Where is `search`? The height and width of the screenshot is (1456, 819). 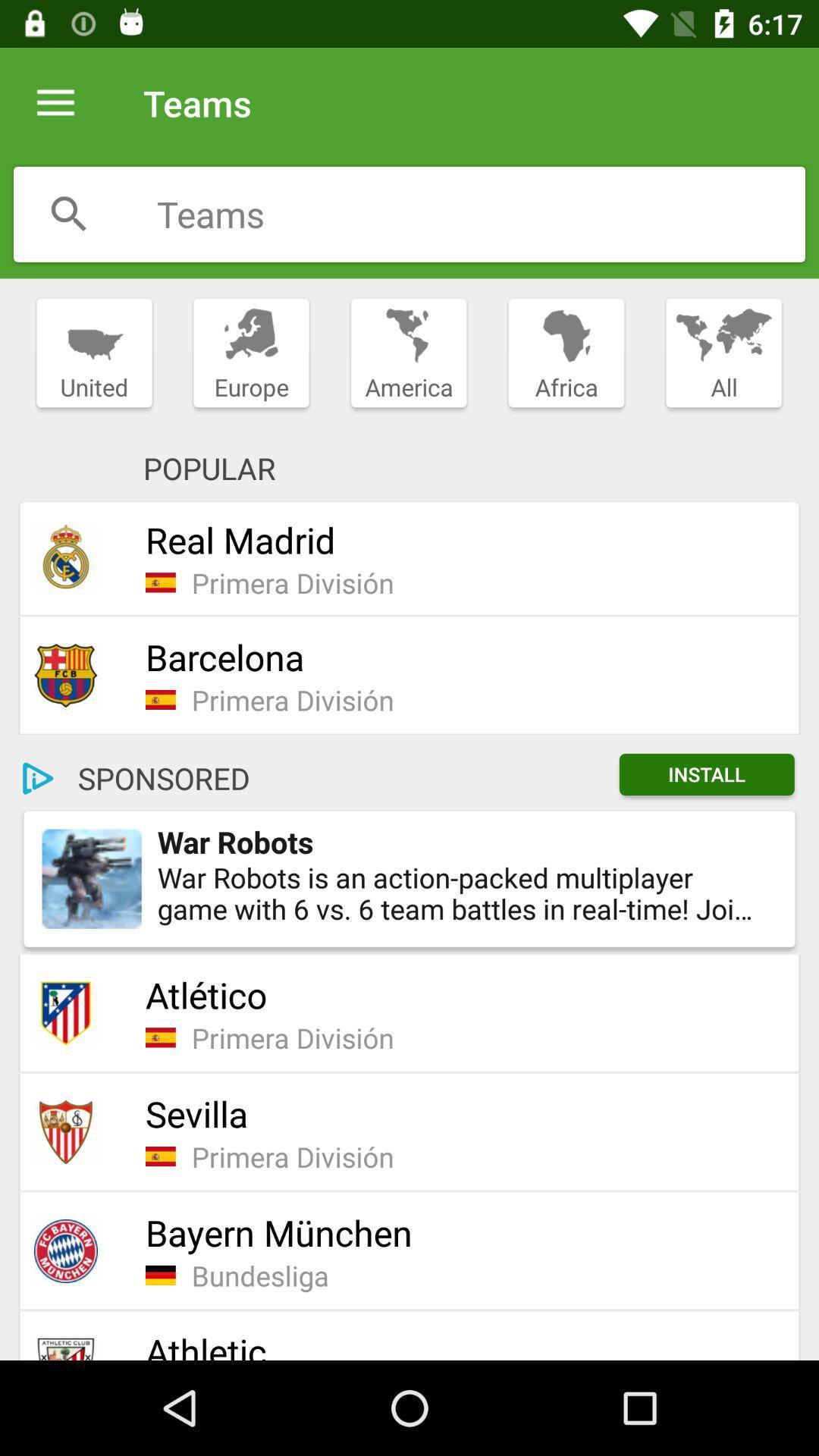
search is located at coordinates (69, 213).